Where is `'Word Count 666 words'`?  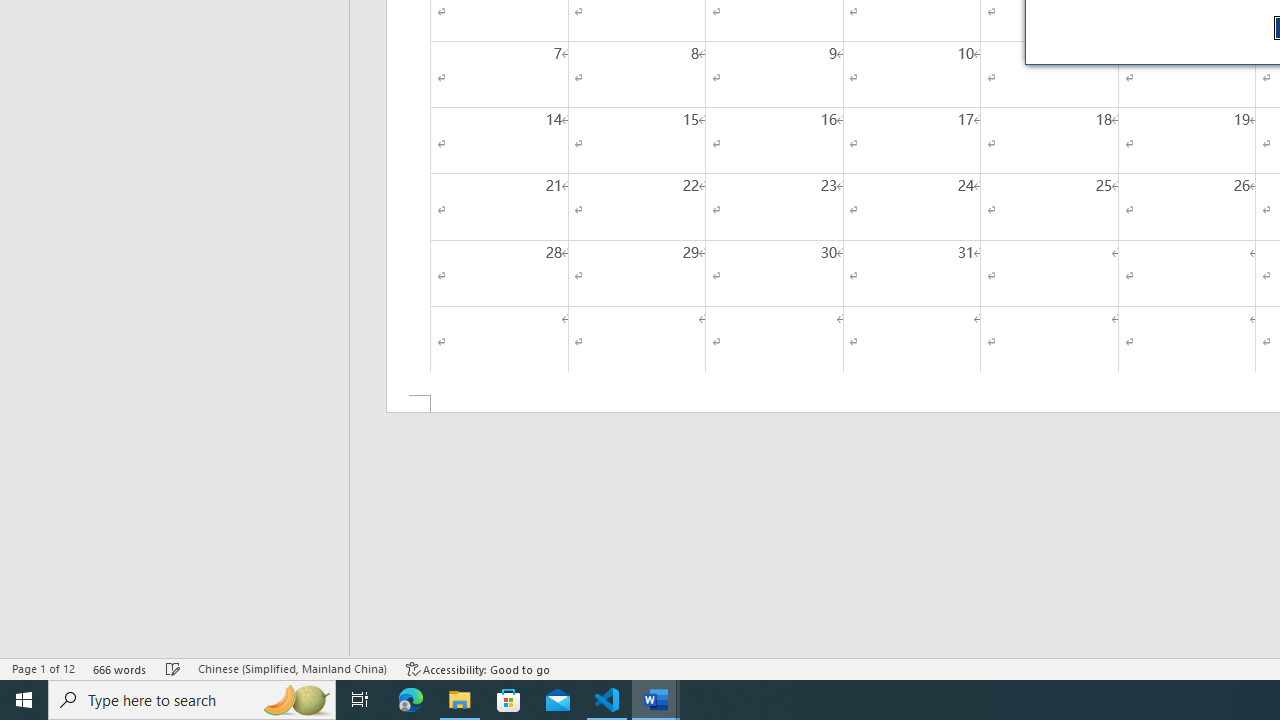
'Word Count 666 words' is located at coordinates (119, 669).